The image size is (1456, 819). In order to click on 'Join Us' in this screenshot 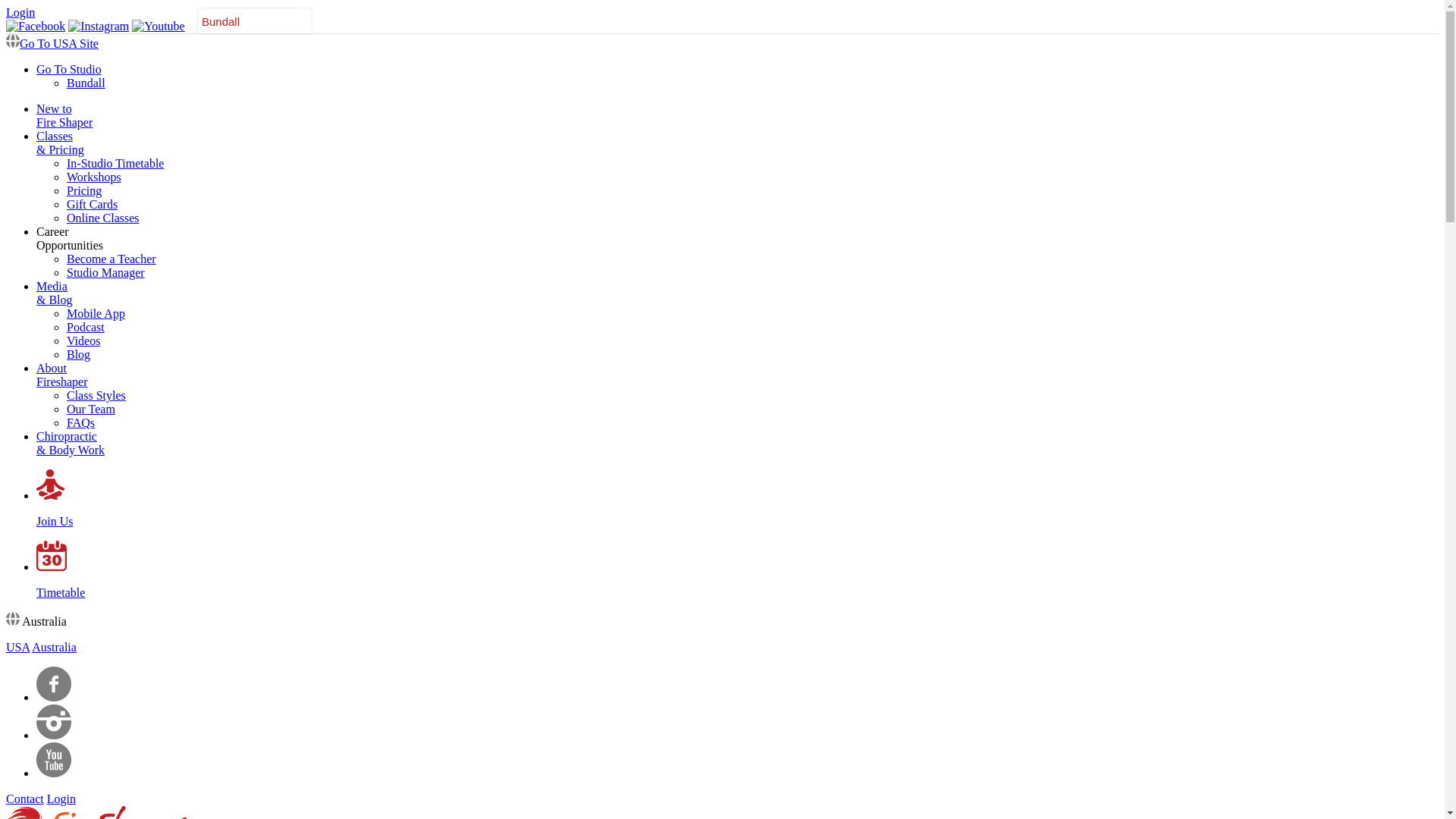, I will do `click(36, 509)`.